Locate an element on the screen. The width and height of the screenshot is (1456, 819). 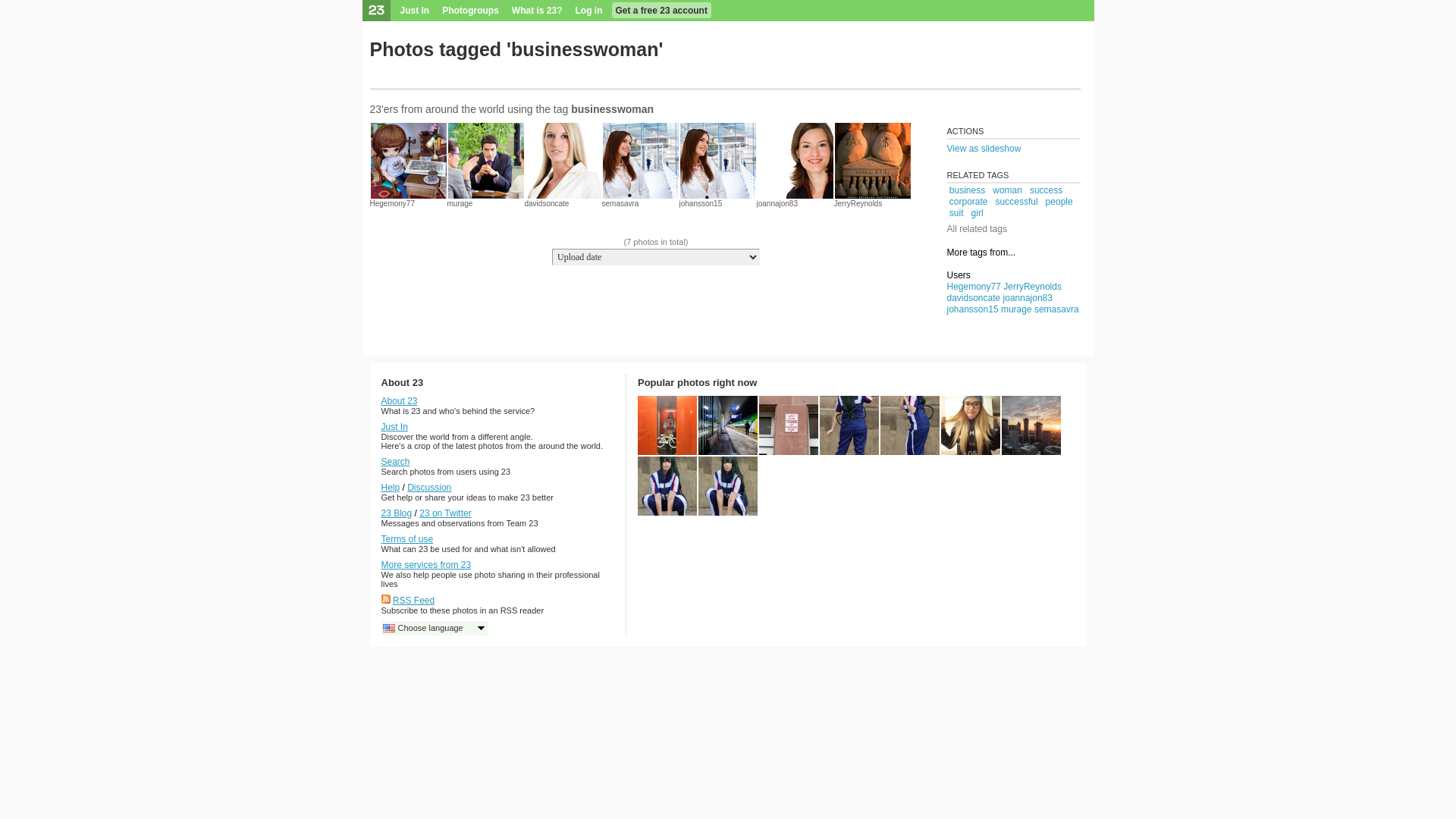
'Photogroups' is located at coordinates (469, 11).